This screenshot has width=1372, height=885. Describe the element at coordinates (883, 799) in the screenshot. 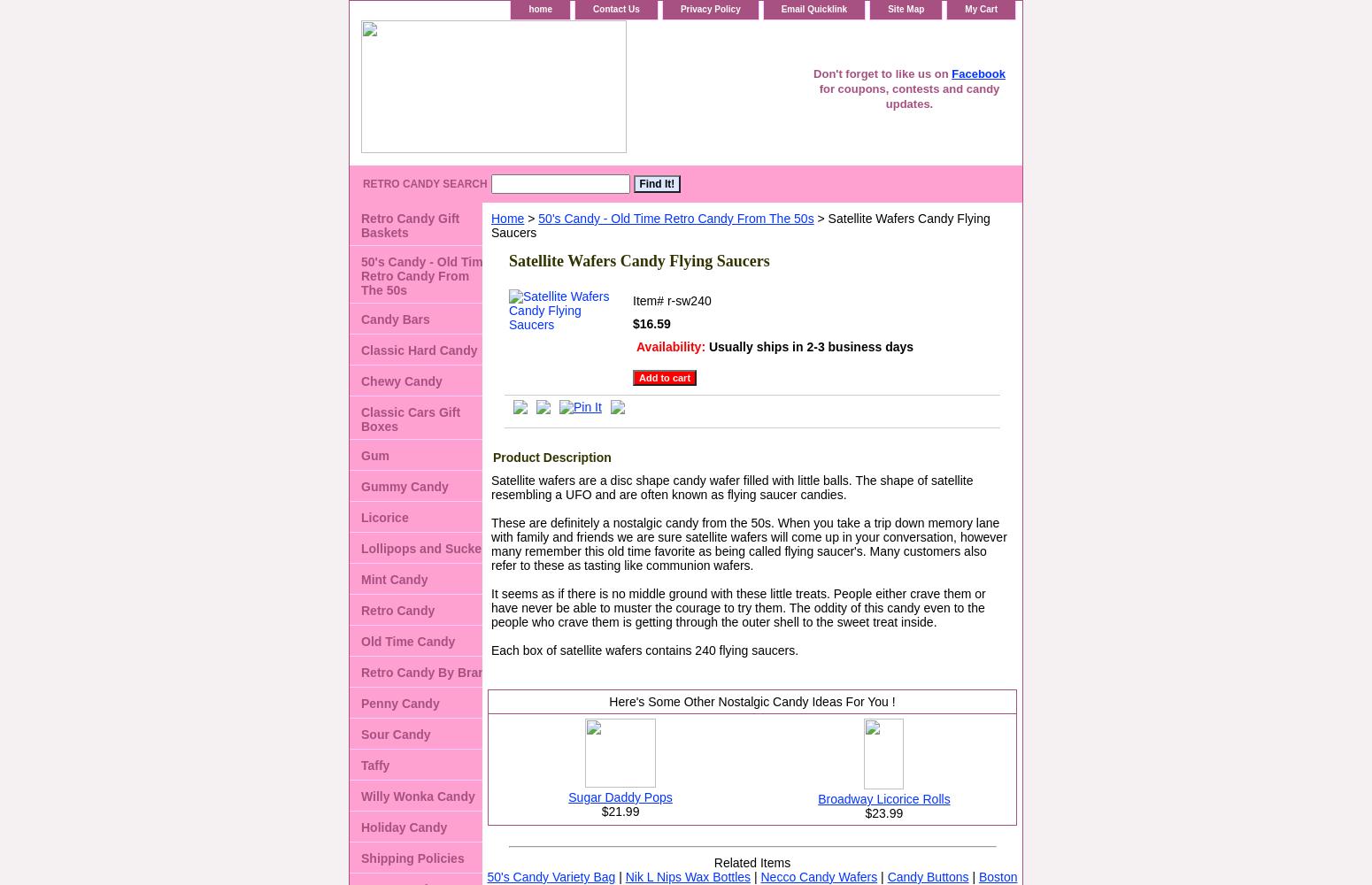

I see `'Broadway Licorice Rolls'` at that location.